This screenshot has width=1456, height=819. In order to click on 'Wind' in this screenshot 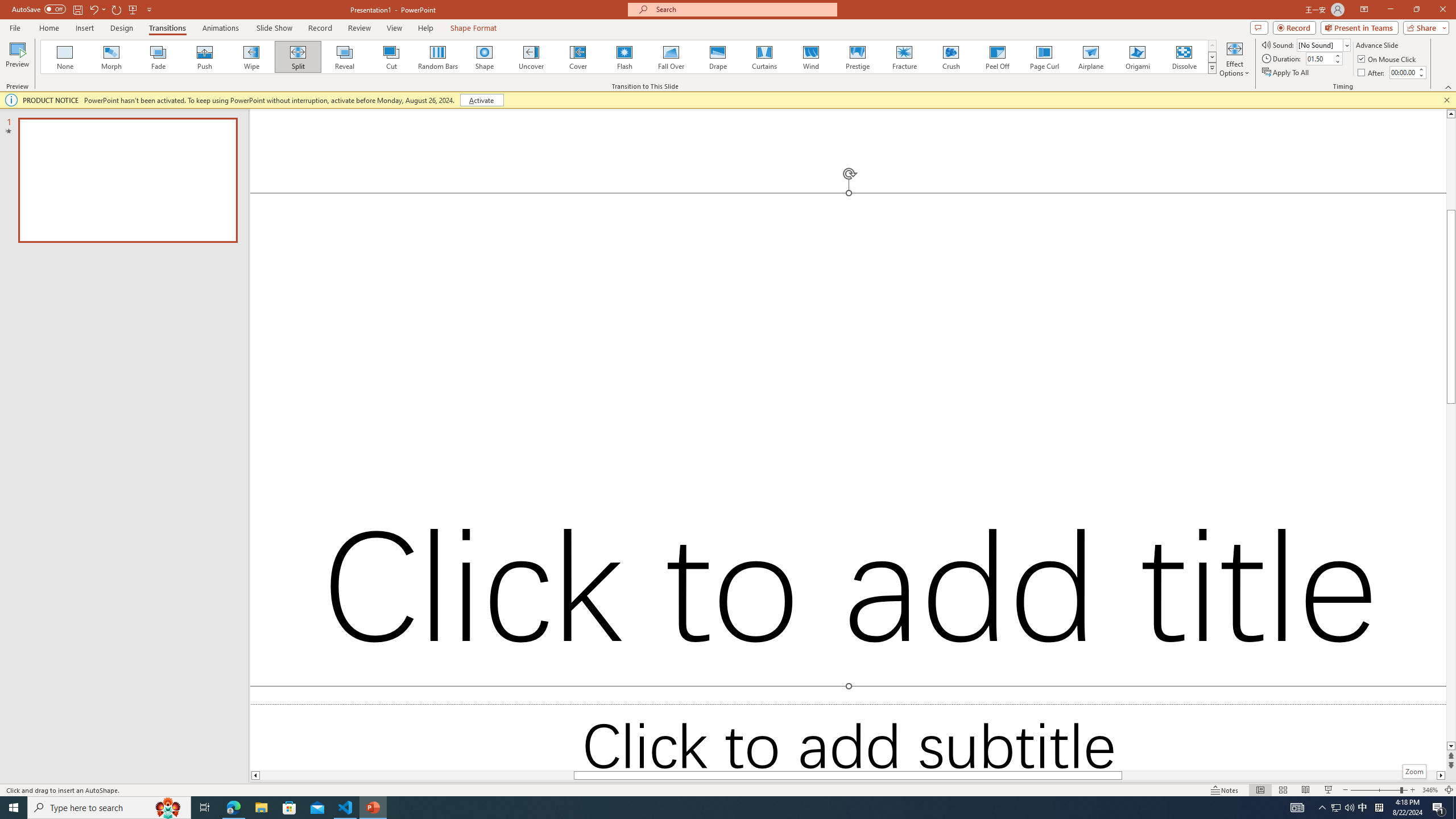, I will do `click(810, 56)`.